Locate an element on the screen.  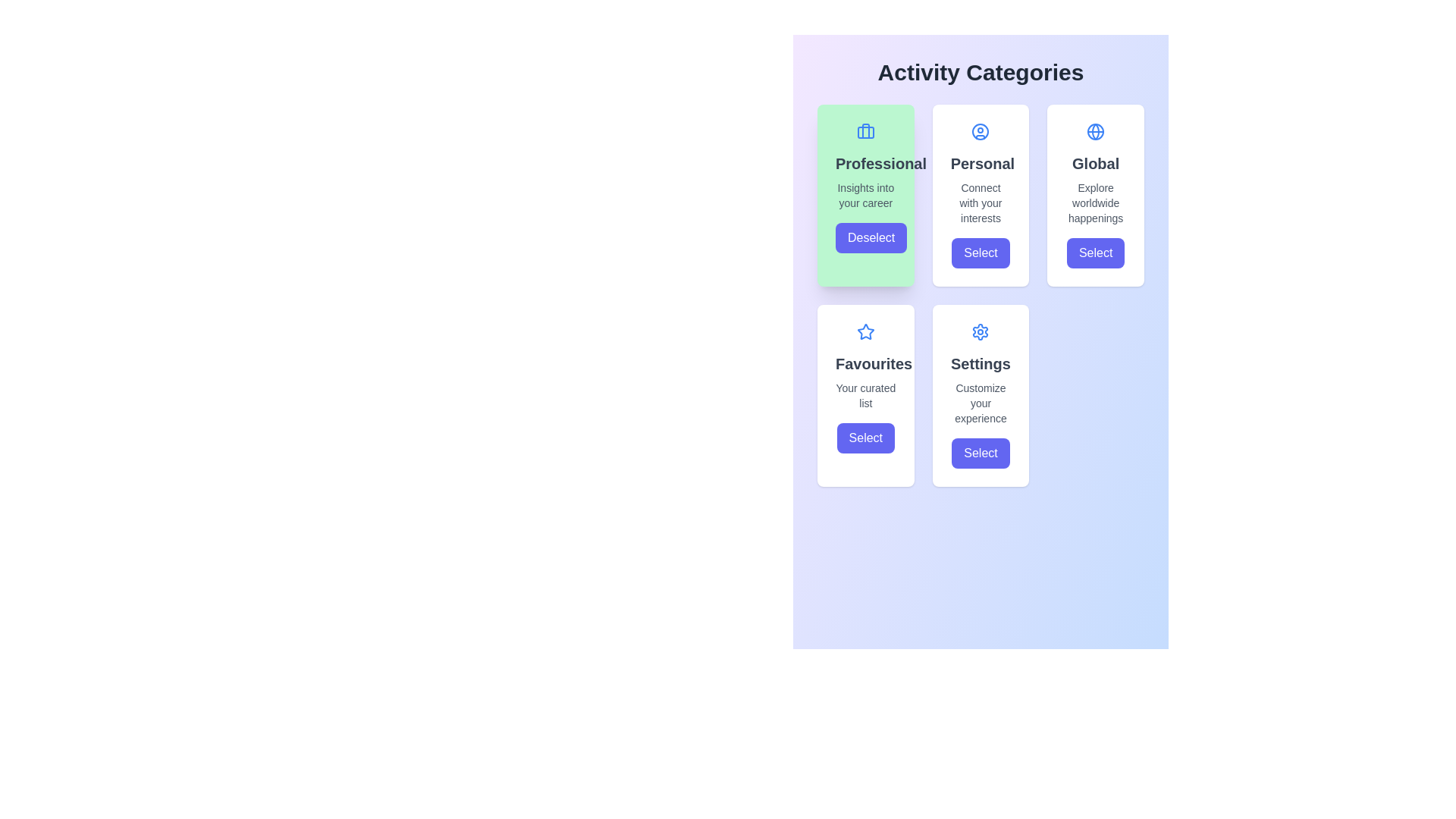
the blue user-circle icon located at the top of the 'Personal' card, which features a circular border and a user silhouette in the center is located at coordinates (981, 130).